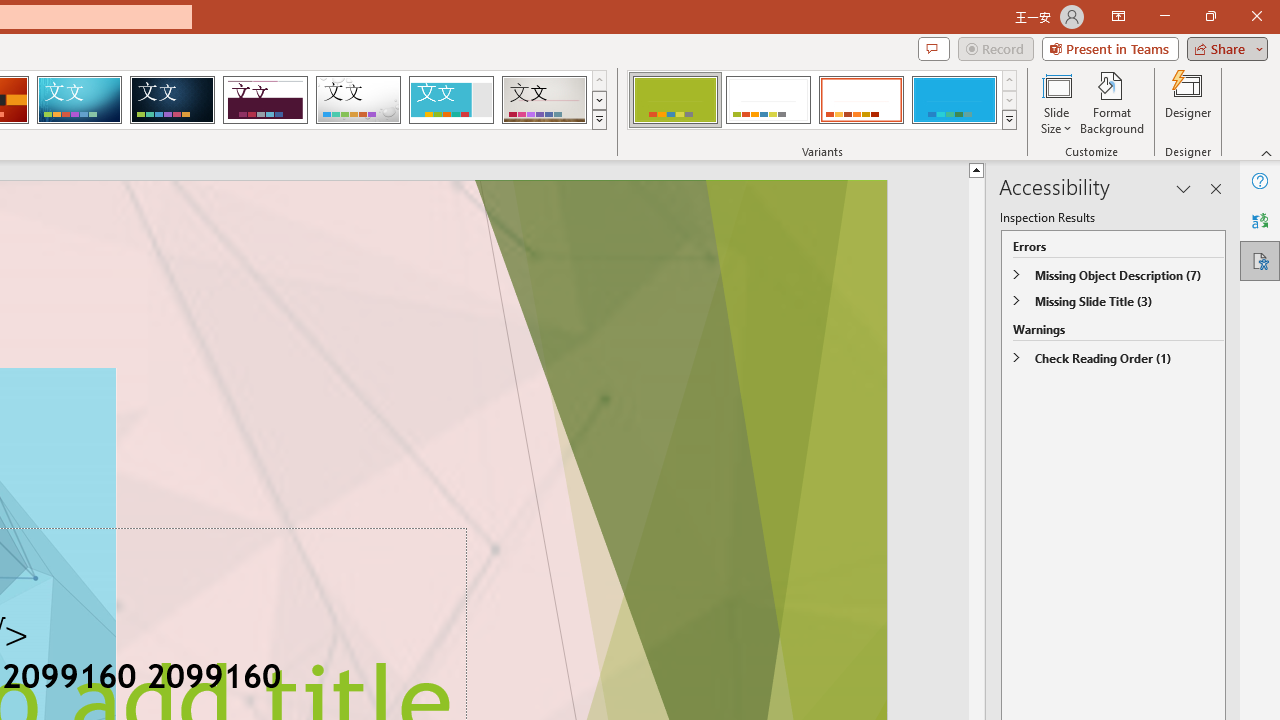 The height and width of the screenshot is (720, 1280). Describe the element at coordinates (953, 100) in the screenshot. I see `'Basis Variant 4'` at that location.